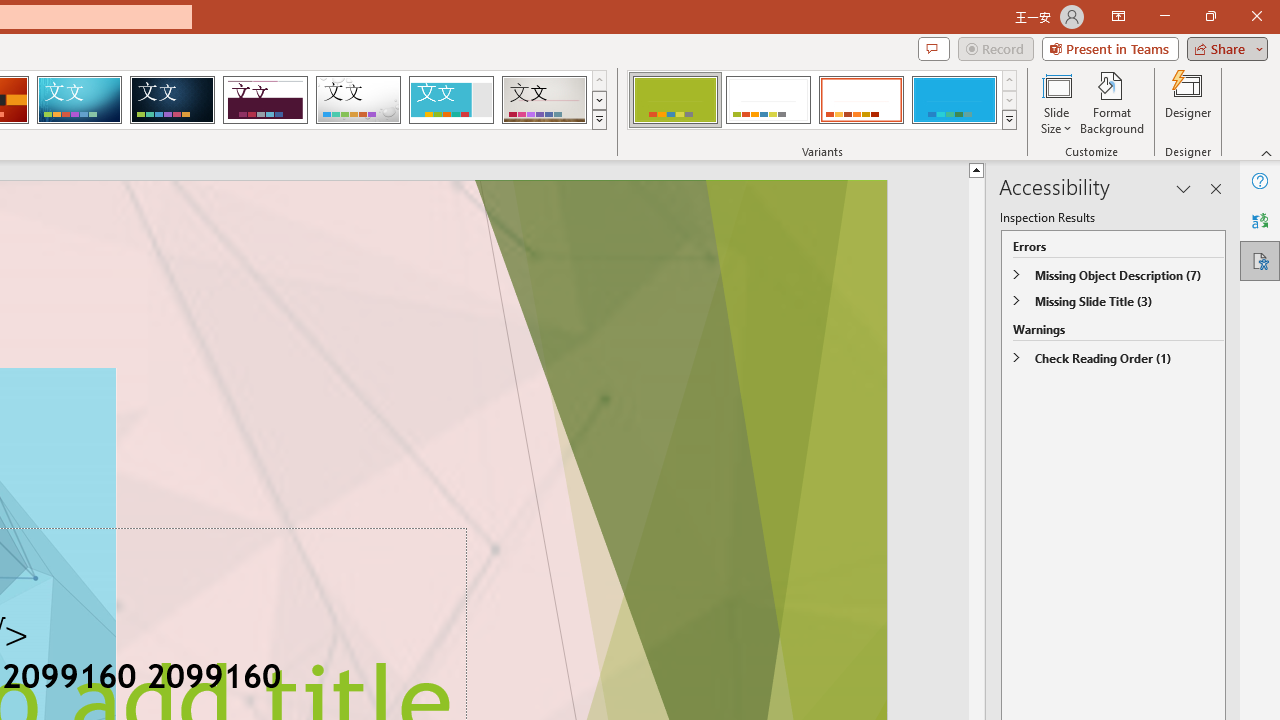 The height and width of the screenshot is (720, 1280). Describe the element at coordinates (953, 100) in the screenshot. I see `'Basis Variant 4'` at that location.